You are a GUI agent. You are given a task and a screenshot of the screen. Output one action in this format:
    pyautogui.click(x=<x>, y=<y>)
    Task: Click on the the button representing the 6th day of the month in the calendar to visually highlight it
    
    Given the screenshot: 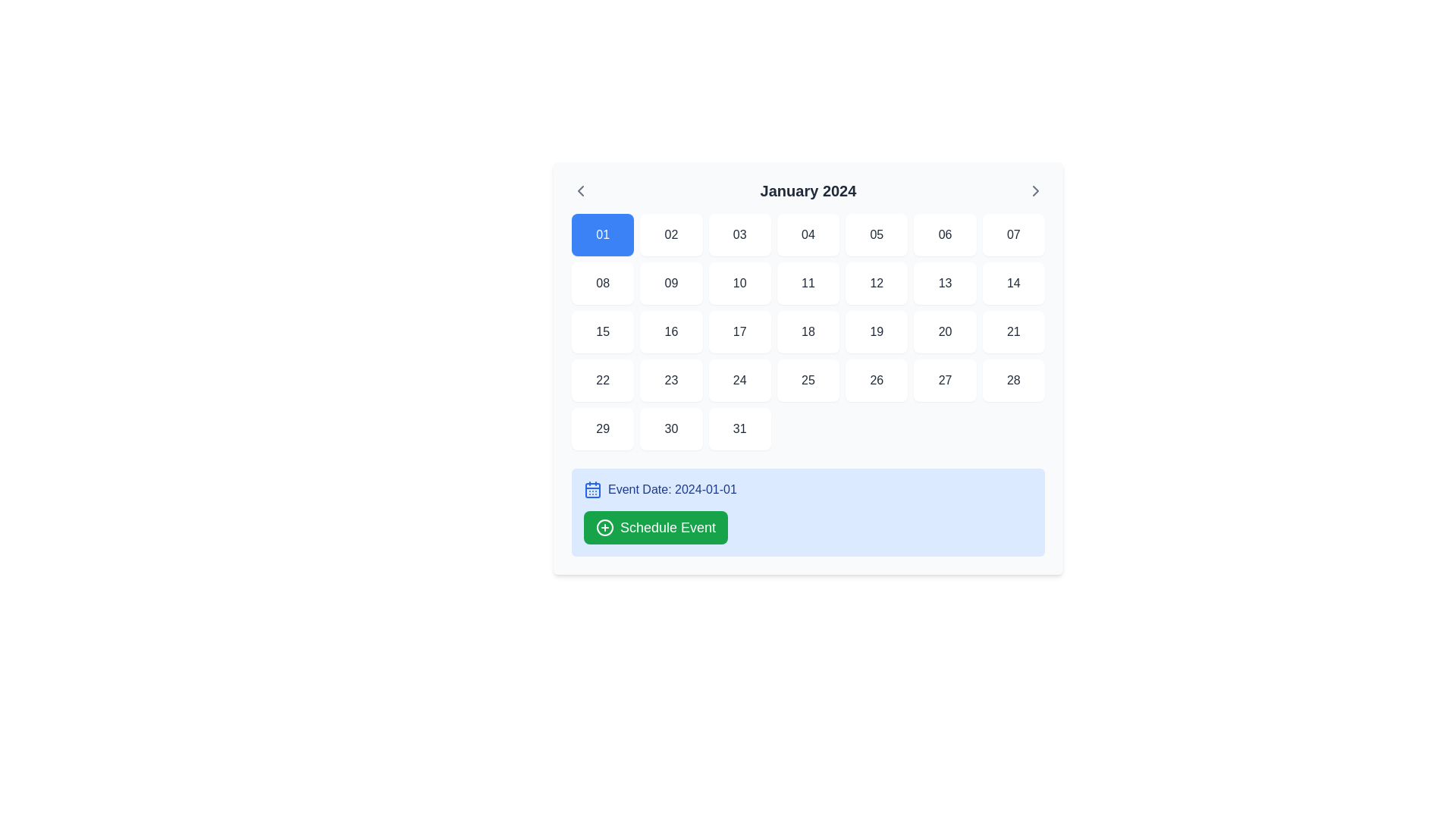 What is the action you would take?
    pyautogui.click(x=944, y=234)
    